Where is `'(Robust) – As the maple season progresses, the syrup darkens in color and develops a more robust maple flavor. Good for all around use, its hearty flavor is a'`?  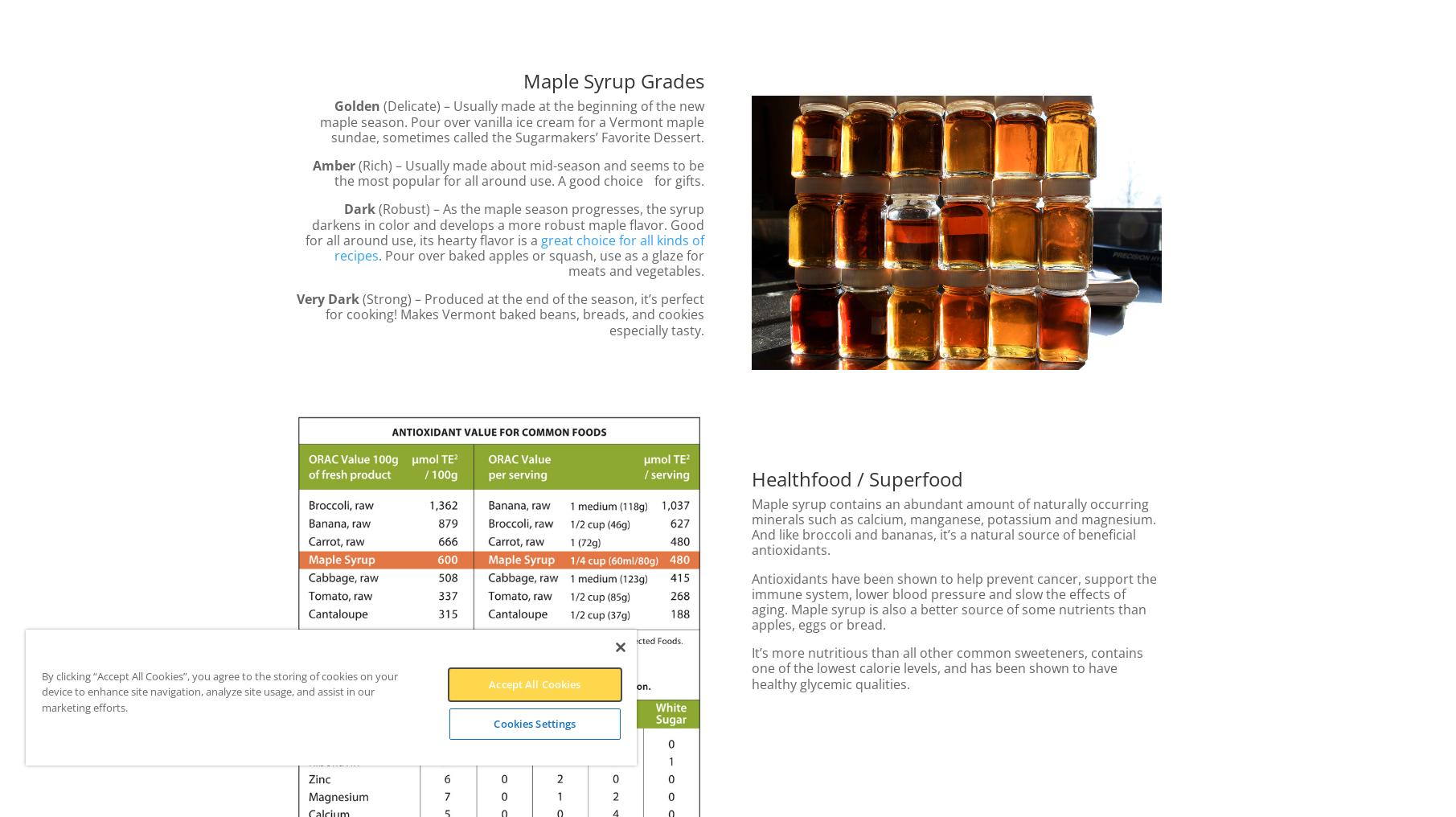 '(Robust) – As the maple season progresses, the syrup darkens in color and develops a more robust maple flavor. Good for all around use, its hearty flavor is a' is located at coordinates (503, 223).